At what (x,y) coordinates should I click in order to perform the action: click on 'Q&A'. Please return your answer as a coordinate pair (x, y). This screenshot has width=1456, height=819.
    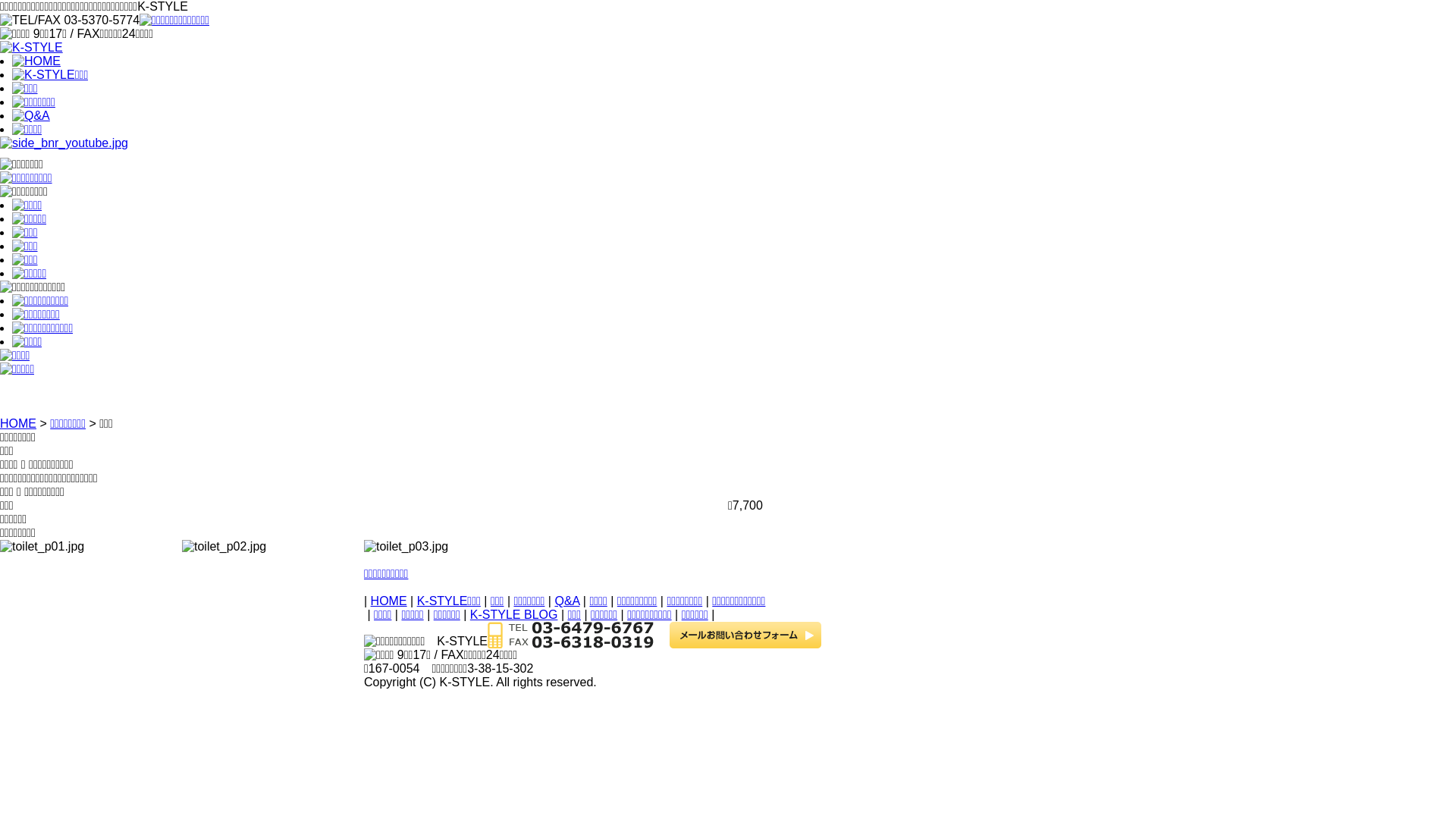
    Looking at the image, I should click on (566, 600).